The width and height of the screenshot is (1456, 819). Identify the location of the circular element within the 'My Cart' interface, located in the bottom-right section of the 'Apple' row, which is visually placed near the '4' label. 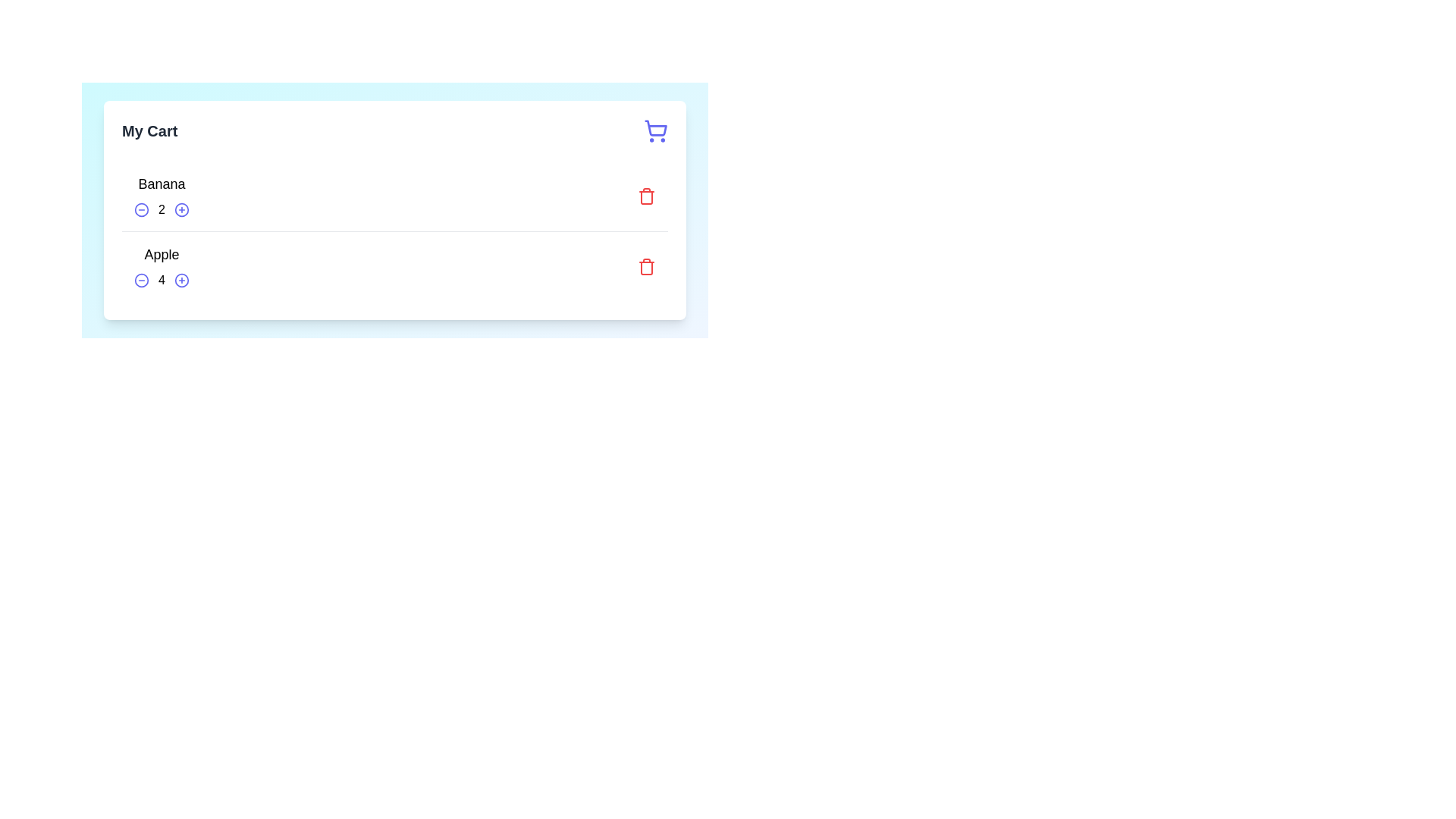
(182, 281).